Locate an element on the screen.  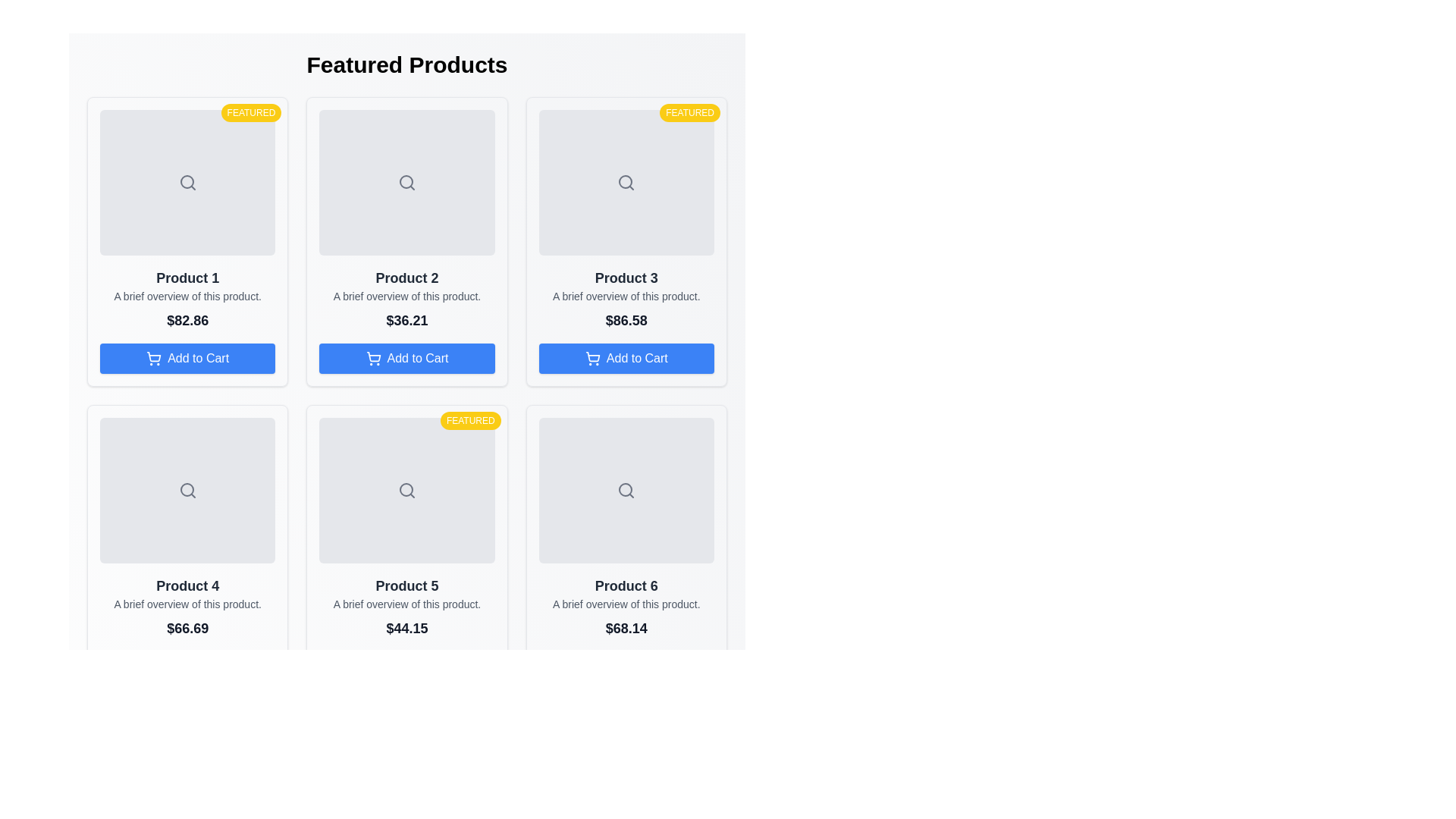
the static text label identifying 'Product 5', which is positioned in the second row of the grid layout, beneath the placeholder image and above the price and 'Add to Cart' button is located at coordinates (407, 585).